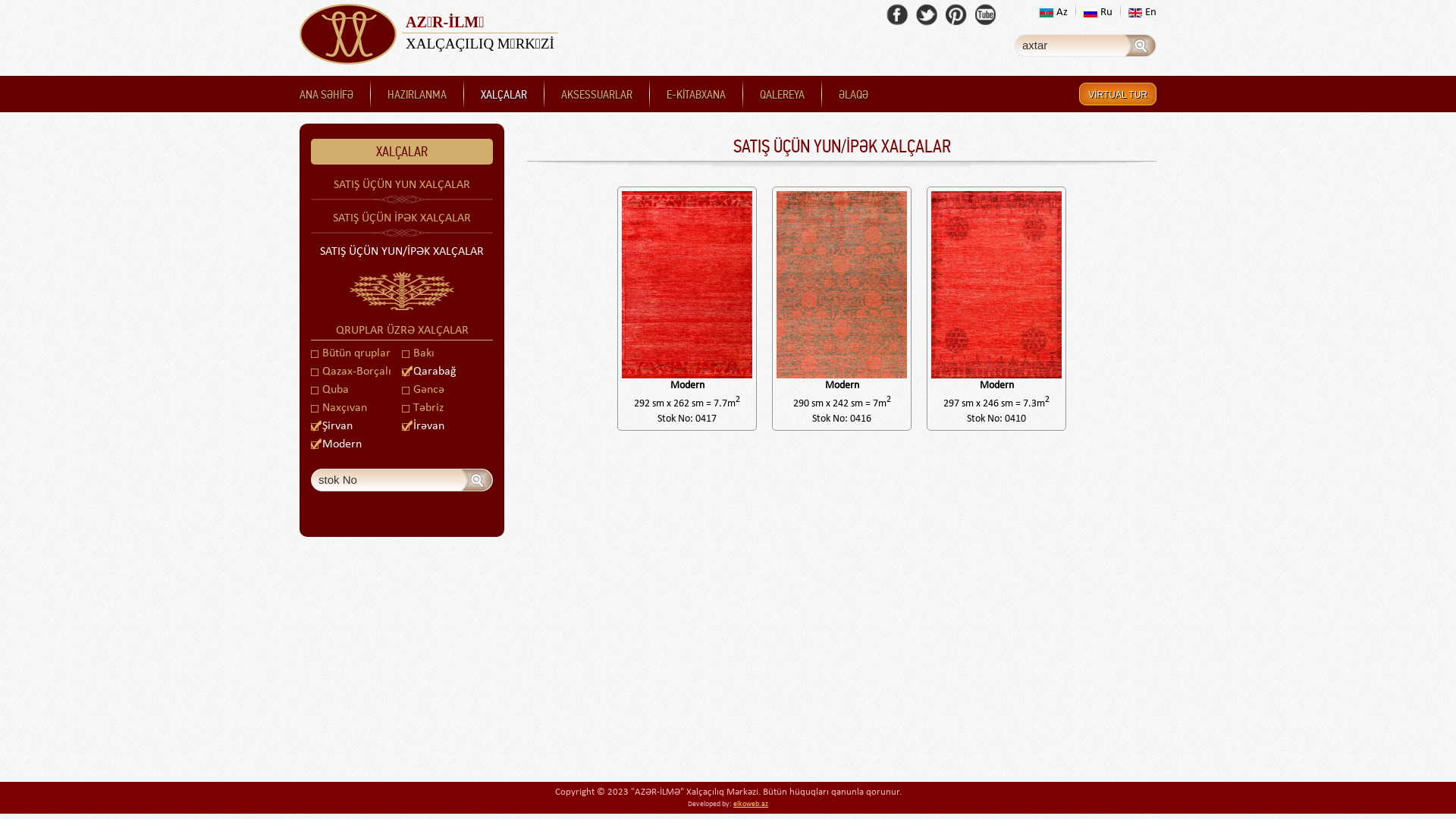  I want to click on 'Modern', so click(618, 308).